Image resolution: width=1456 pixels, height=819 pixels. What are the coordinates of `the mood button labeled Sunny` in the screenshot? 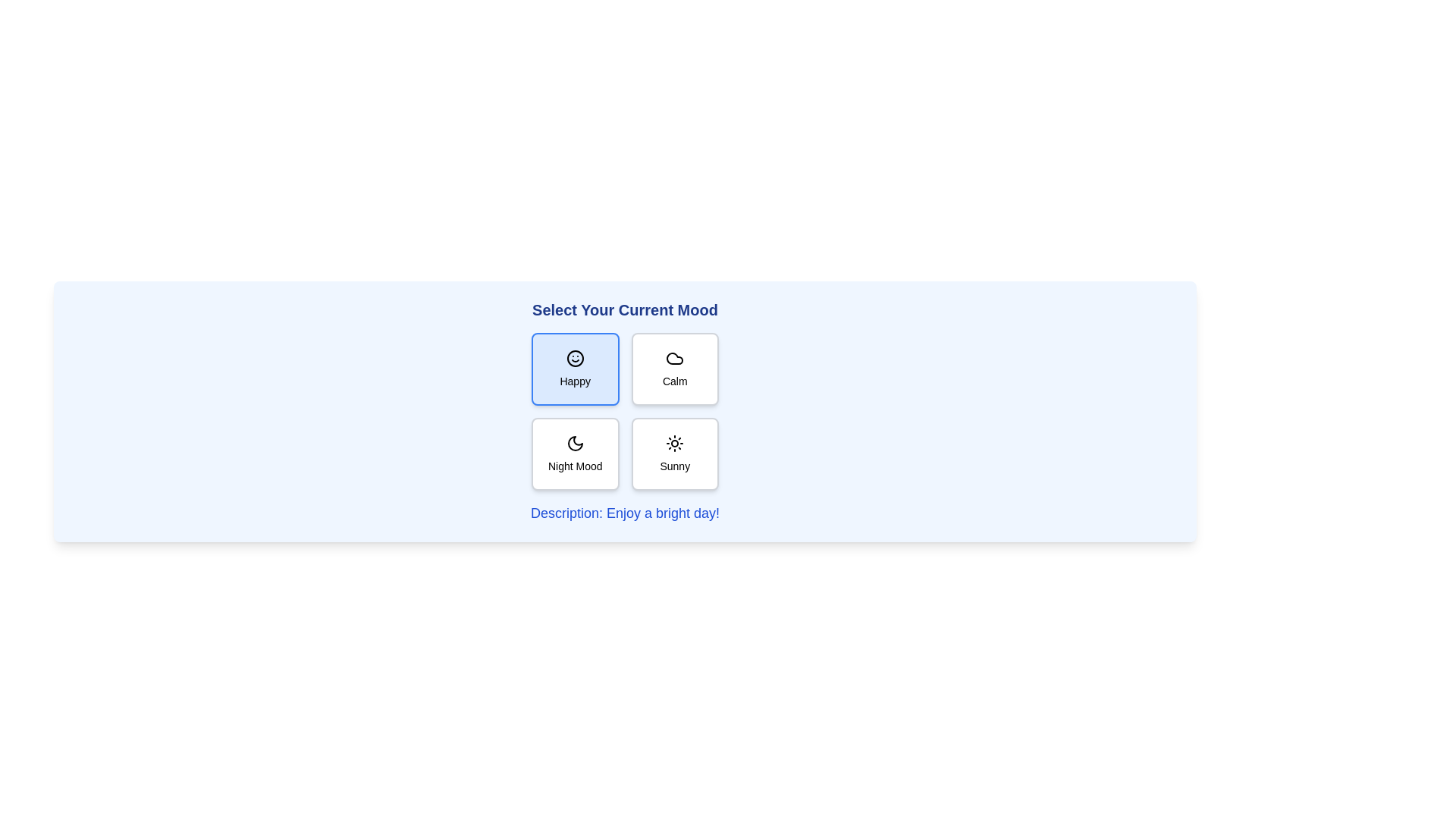 It's located at (674, 453).